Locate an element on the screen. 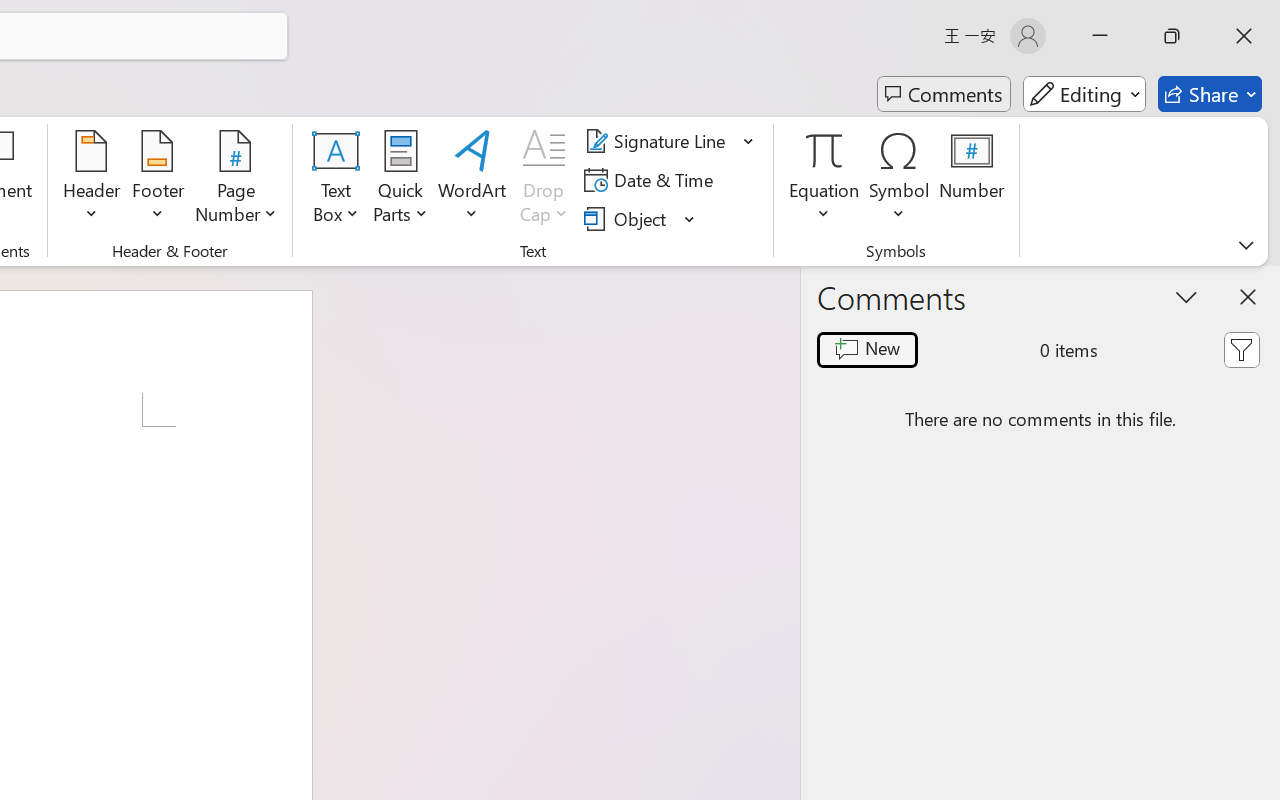 The height and width of the screenshot is (800, 1280). 'Equation' is located at coordinates (824, 150).